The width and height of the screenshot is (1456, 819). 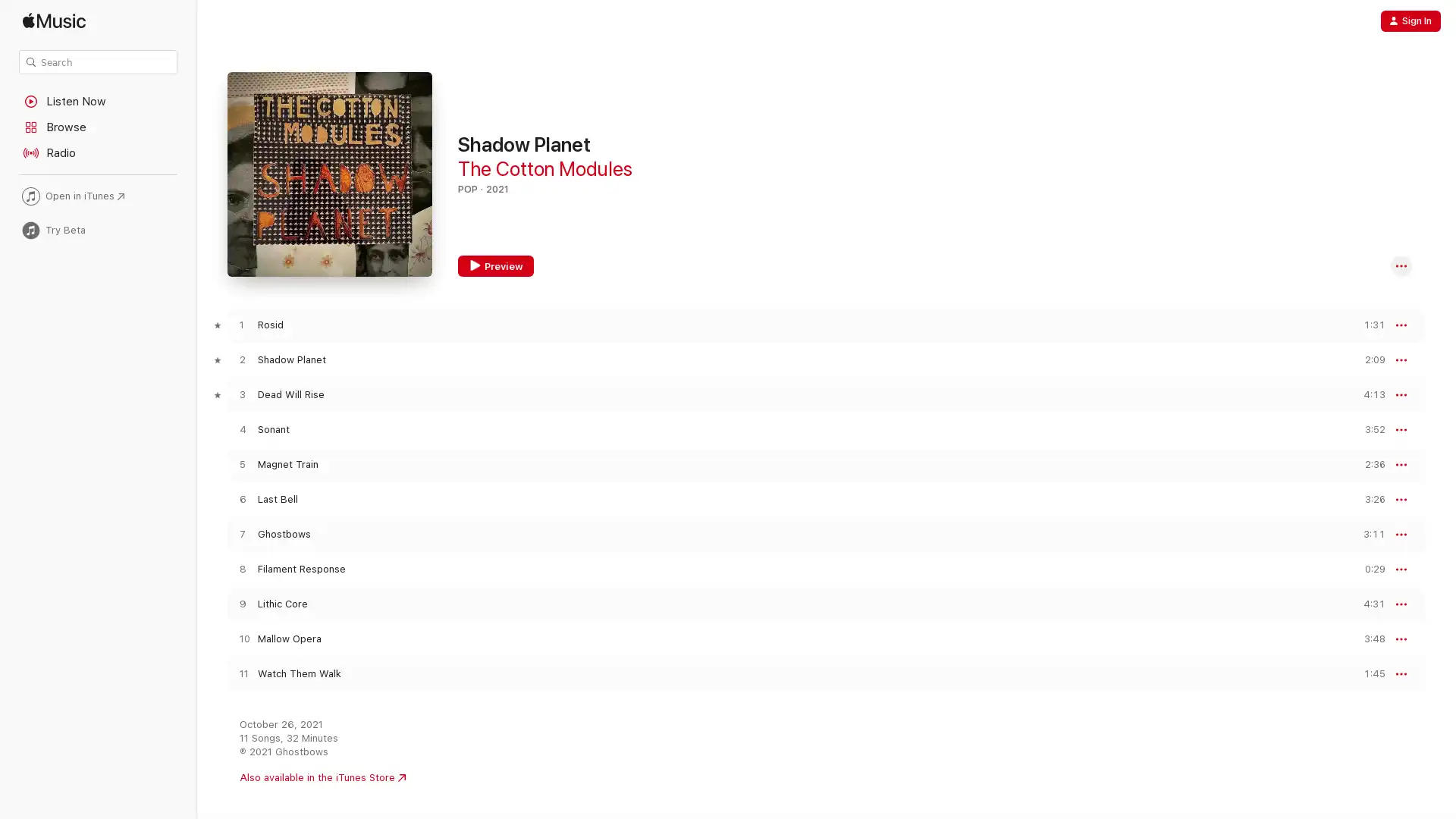 What do you see at coordinates (97, 195) in the screenshot?
I see `Open in iTunes` at bounding box center [97, 195].